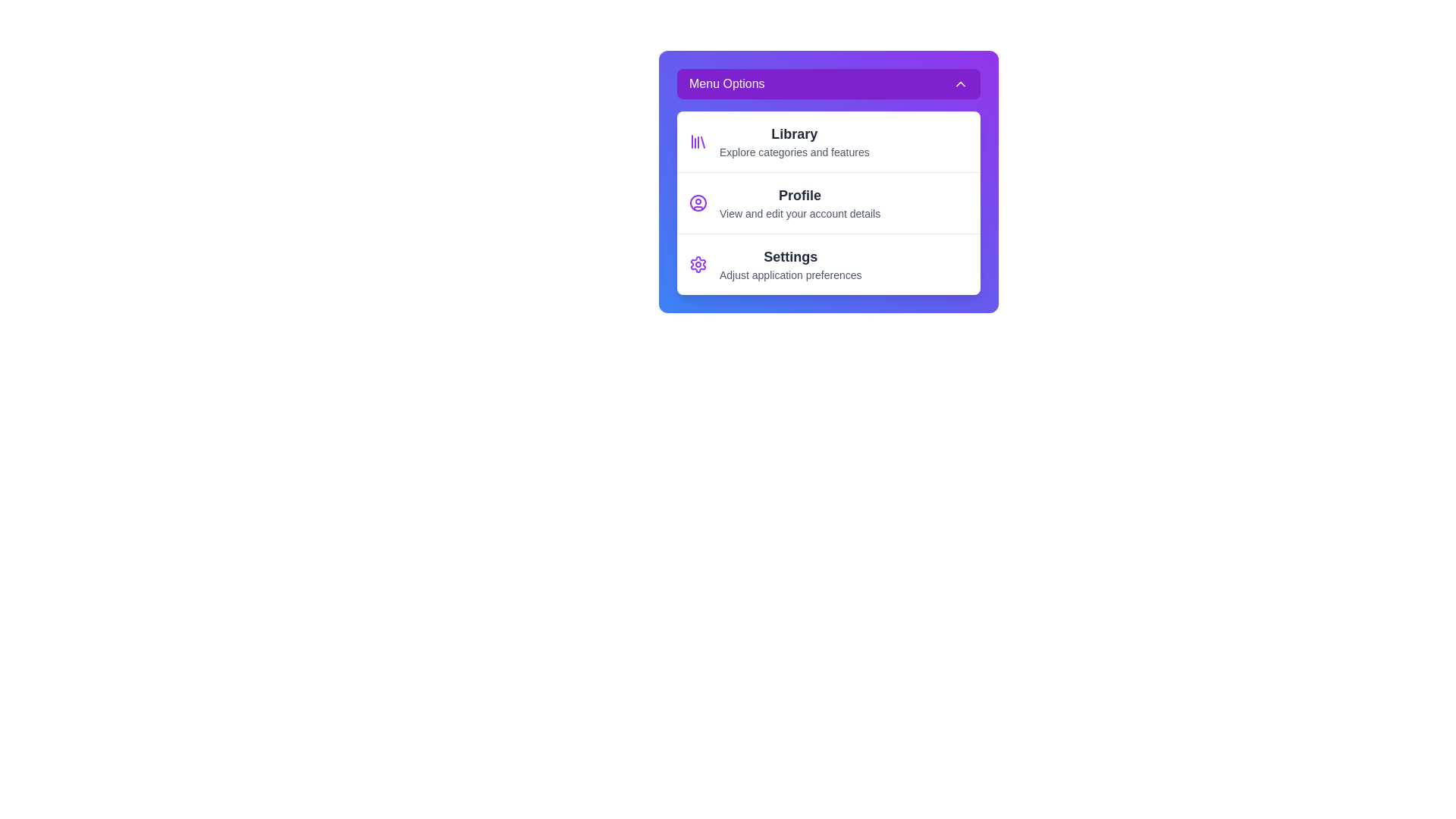 Image resolution: width=1456 pixels, height=819 pixels. Describe the element at coordinates (698, 263) in the screenshot. I see `the gear-shaped icon with a purple color, which represents the settings symbol located at the bottom right of the menu card, next to the label 'Settings'` at that location.